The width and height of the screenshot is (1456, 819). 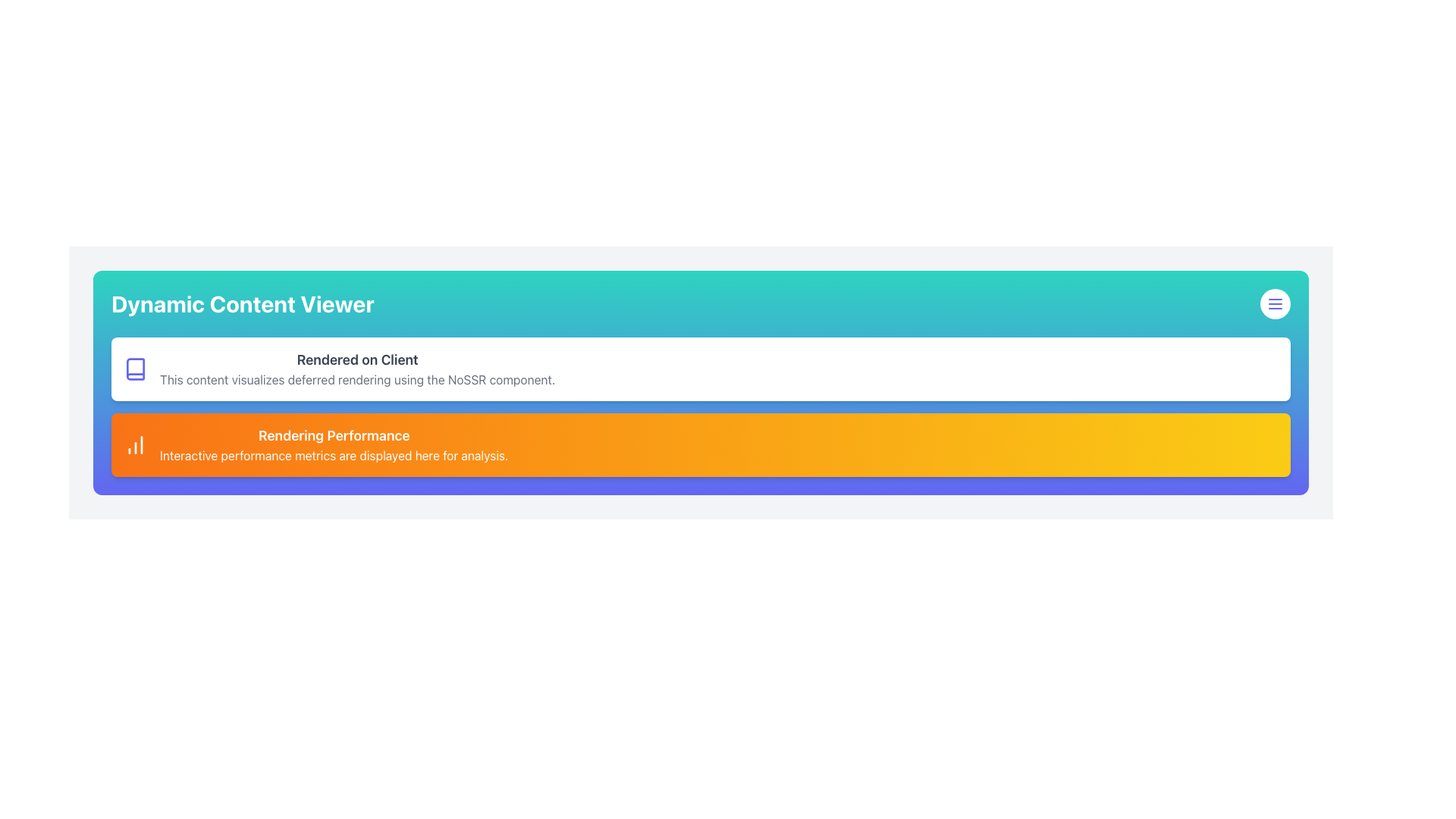 What do you see at coordinates (1274, 304) in the screenshot?
I see `the menu button located in the top-right corner of the 'Dynamic Content Viewer' section` at bounding box center [1274, 304].